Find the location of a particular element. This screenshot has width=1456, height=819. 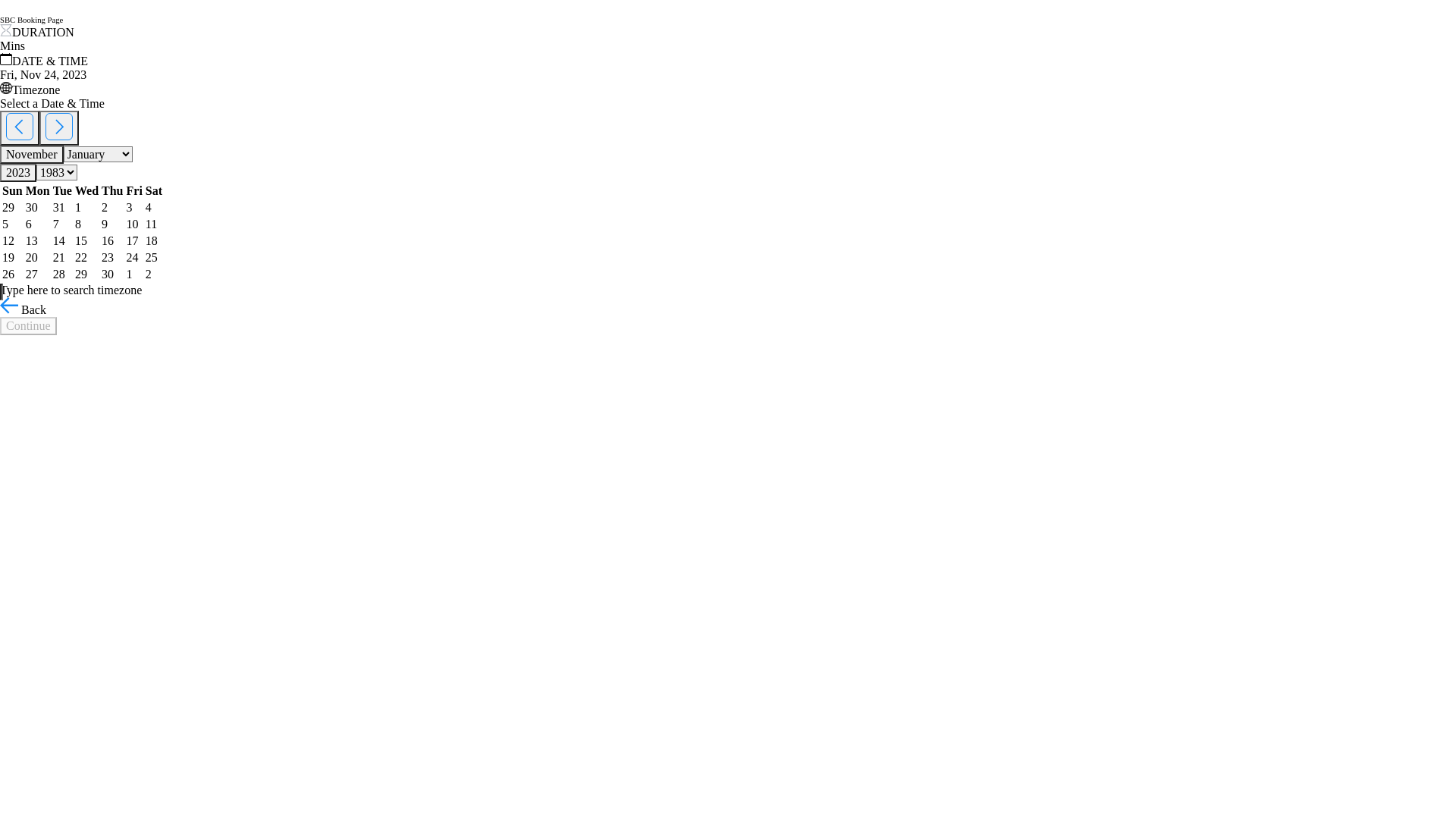

'2023' is located at coordinates (18, 171).